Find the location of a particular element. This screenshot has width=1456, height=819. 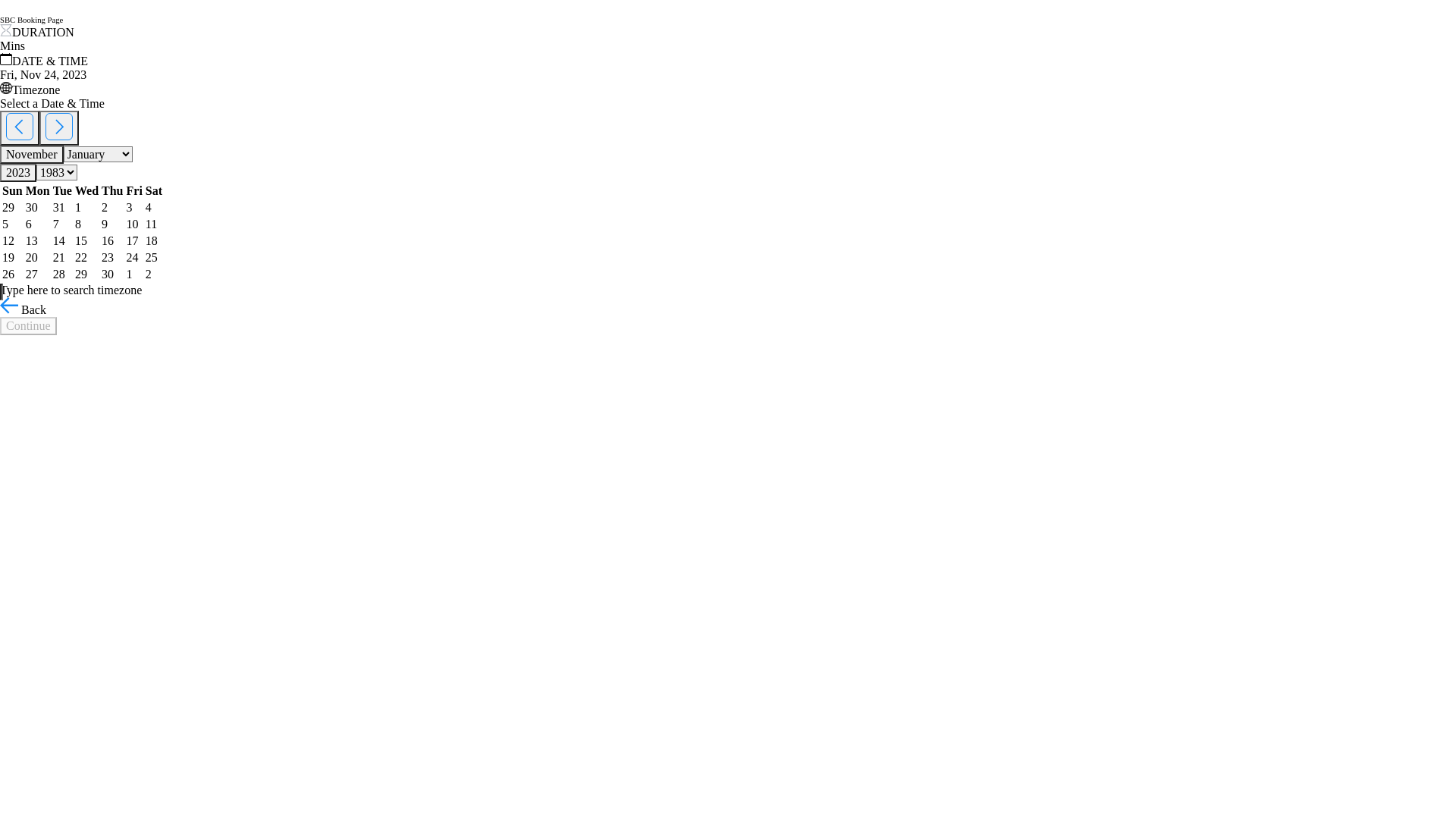

'2023' is located at coordinates (18, 171).